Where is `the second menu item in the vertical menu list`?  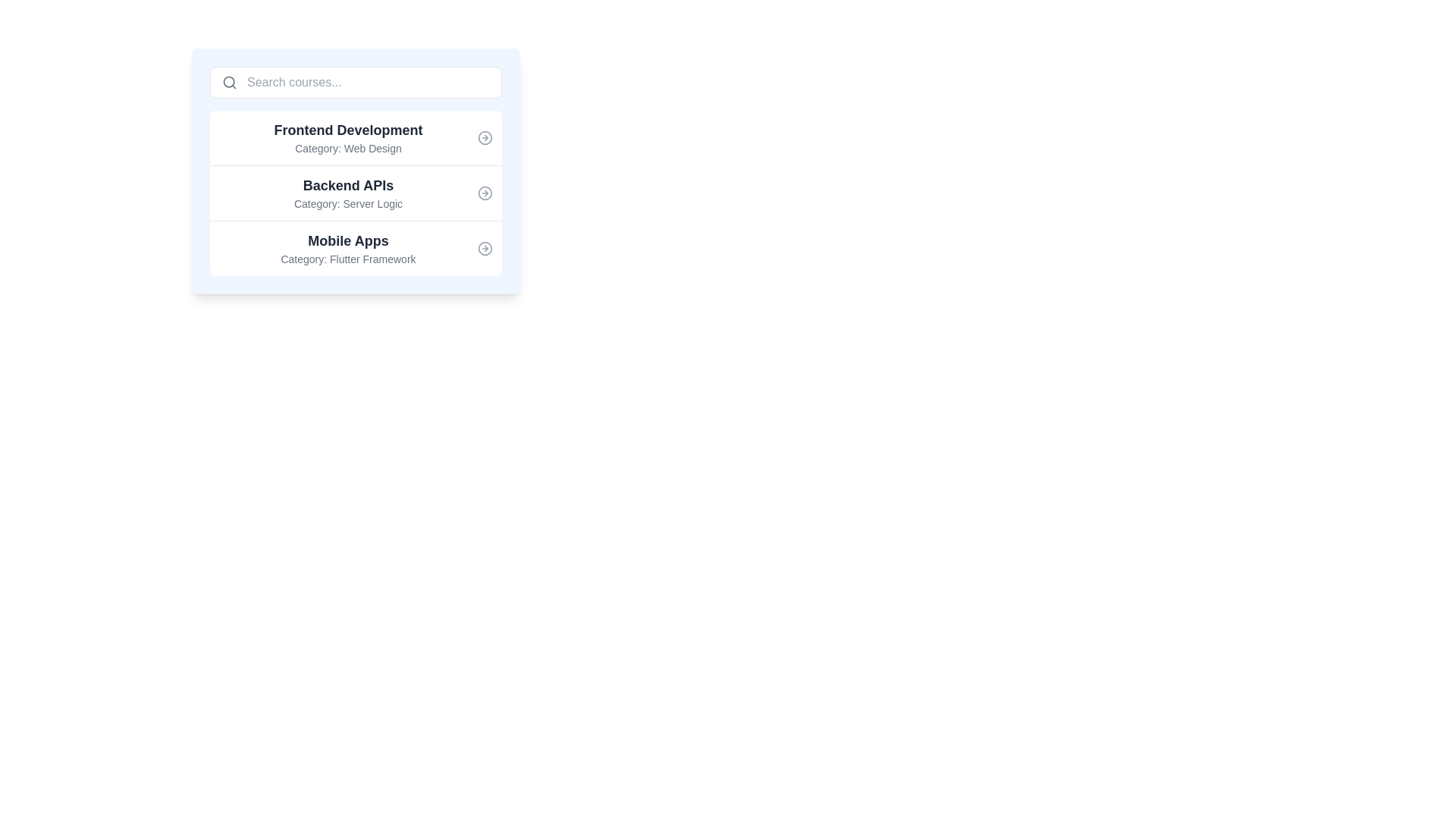
the second menu item in the vertical menu list is located at coordinates (355, 192).